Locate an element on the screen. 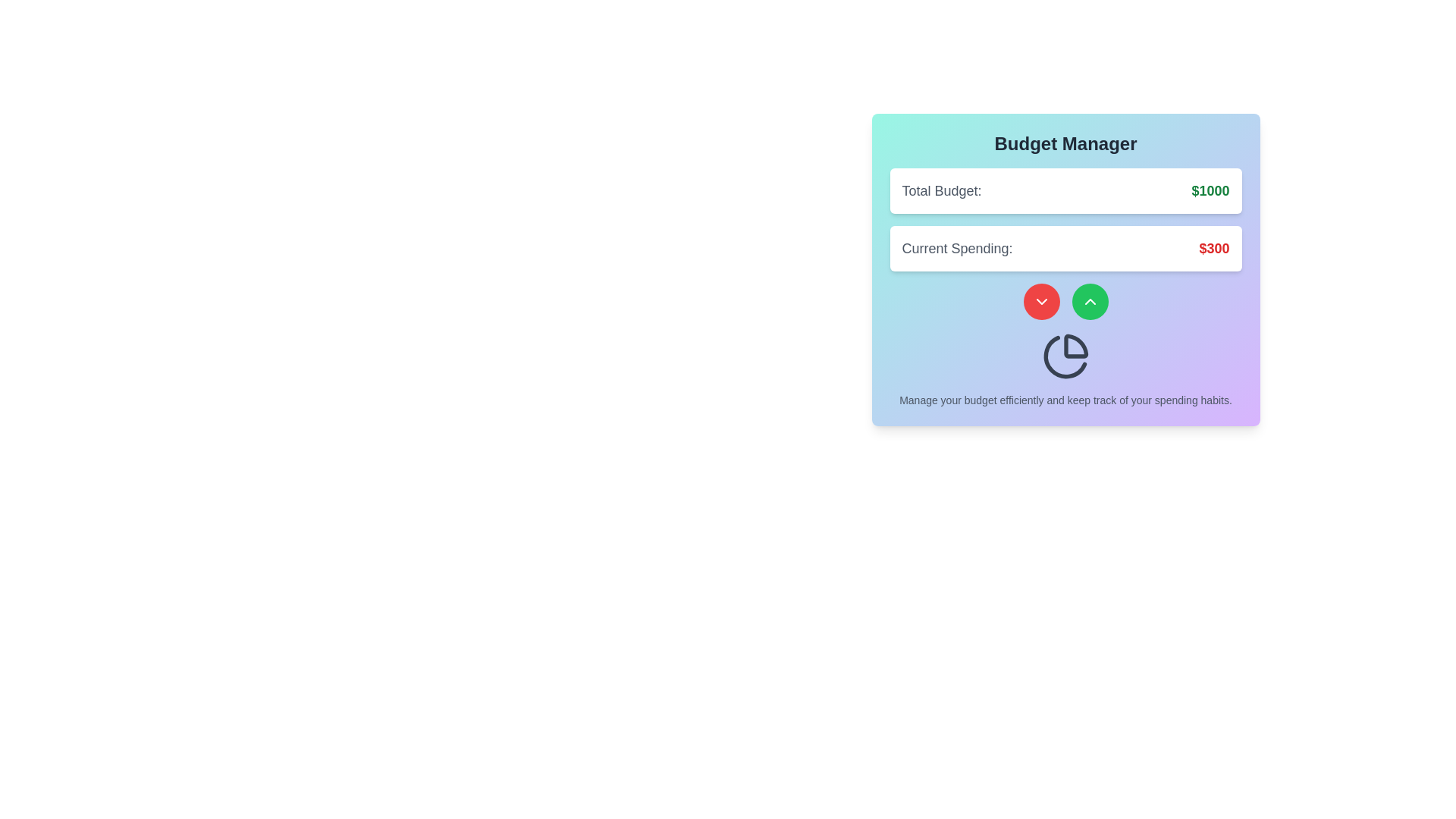 The height and width of the screenshot is (819, 1456). the pie chart icon, which is dark gray in color and located below the up and down arrow buttons in the 'Budget Manager' interface is located at coordinates (1065, 356).